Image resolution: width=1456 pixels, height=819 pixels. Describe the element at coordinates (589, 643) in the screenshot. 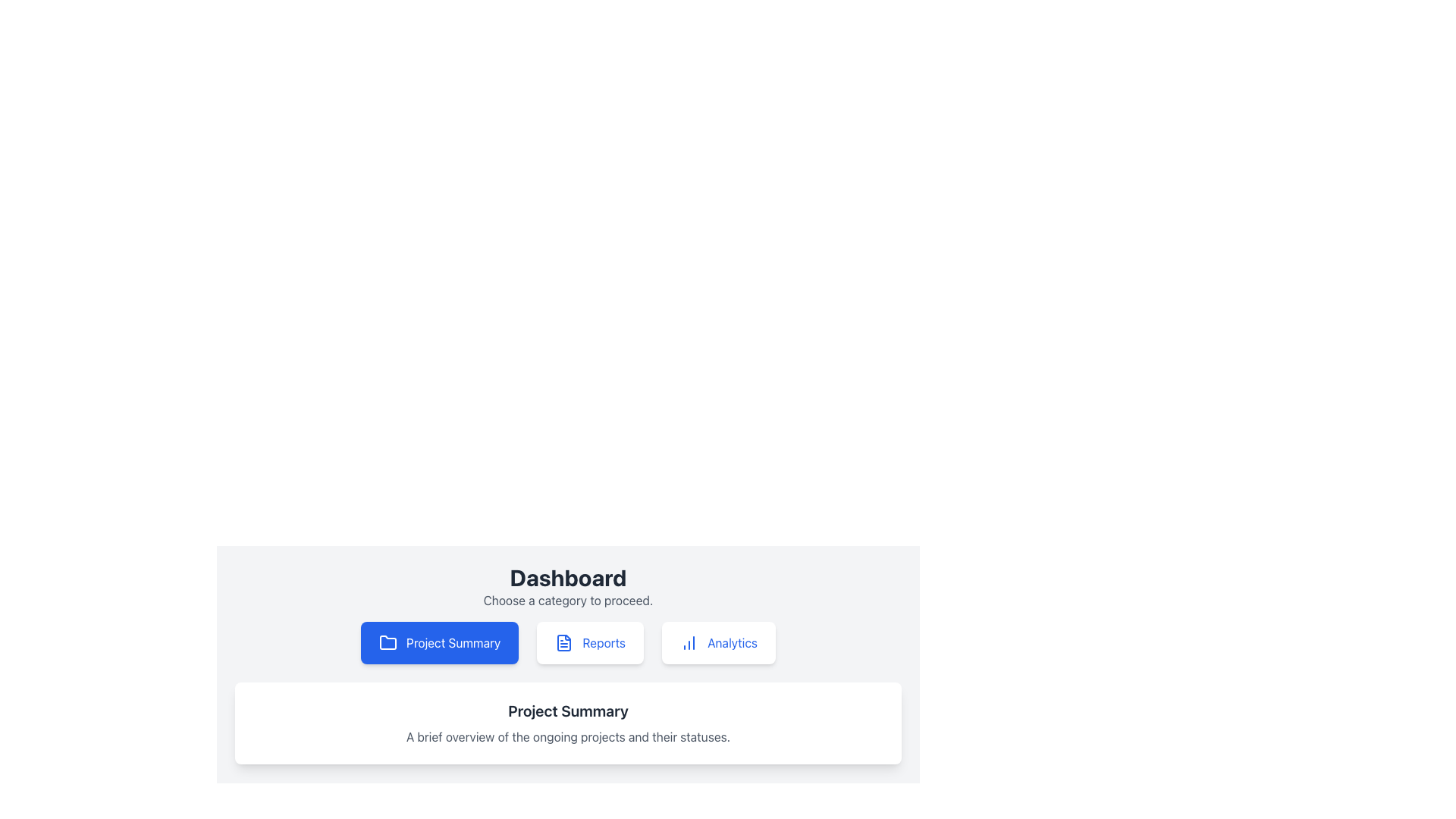

I see `the rectangular button with rounded corners, white background, blue text, and document icon labeled 'Reports', located below the 'Dashboard' heading` at that location.